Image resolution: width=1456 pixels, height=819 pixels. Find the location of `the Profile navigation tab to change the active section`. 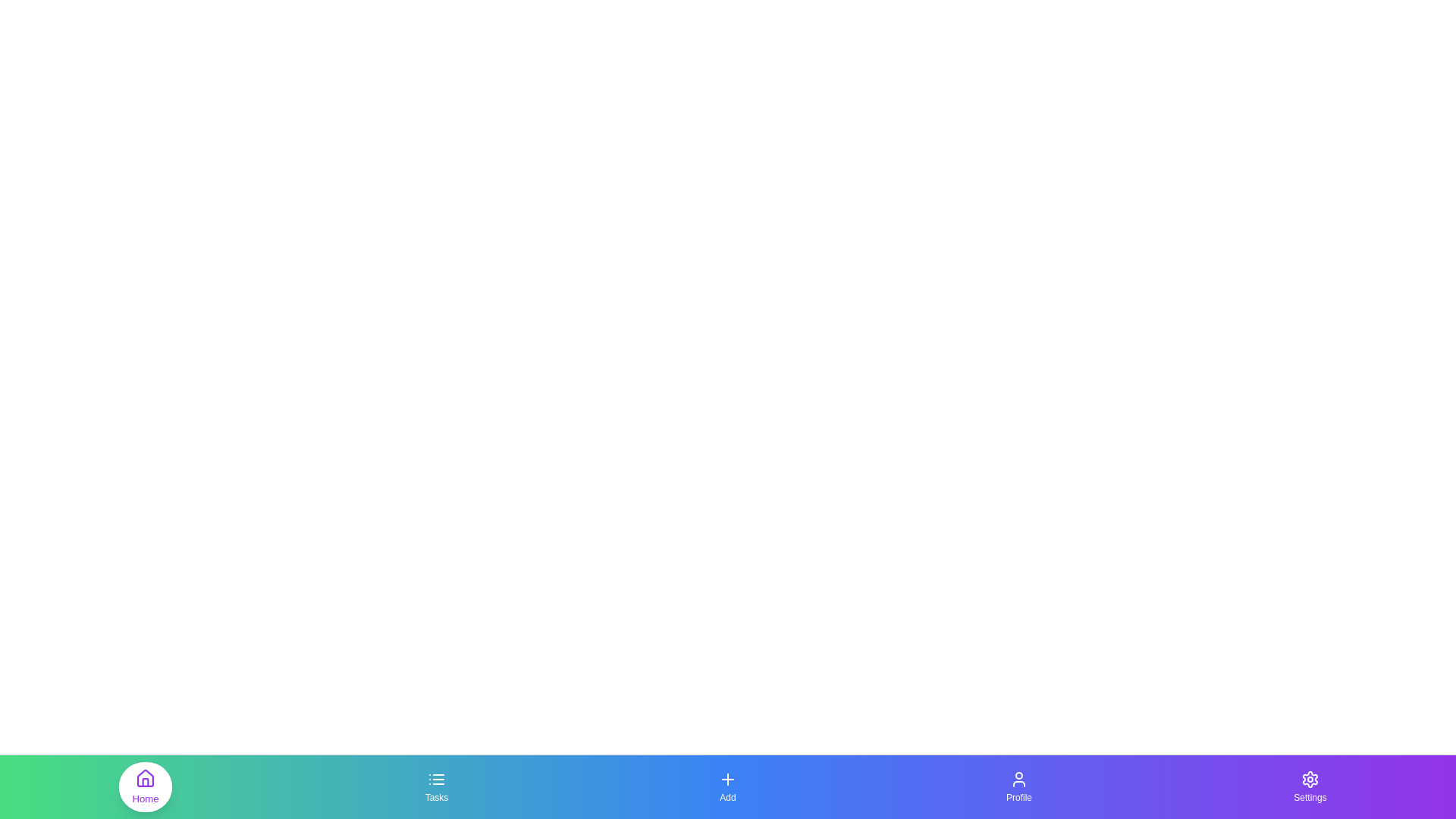

the Profile navigation tab to change the active section is located at coordinates (1019, 786).